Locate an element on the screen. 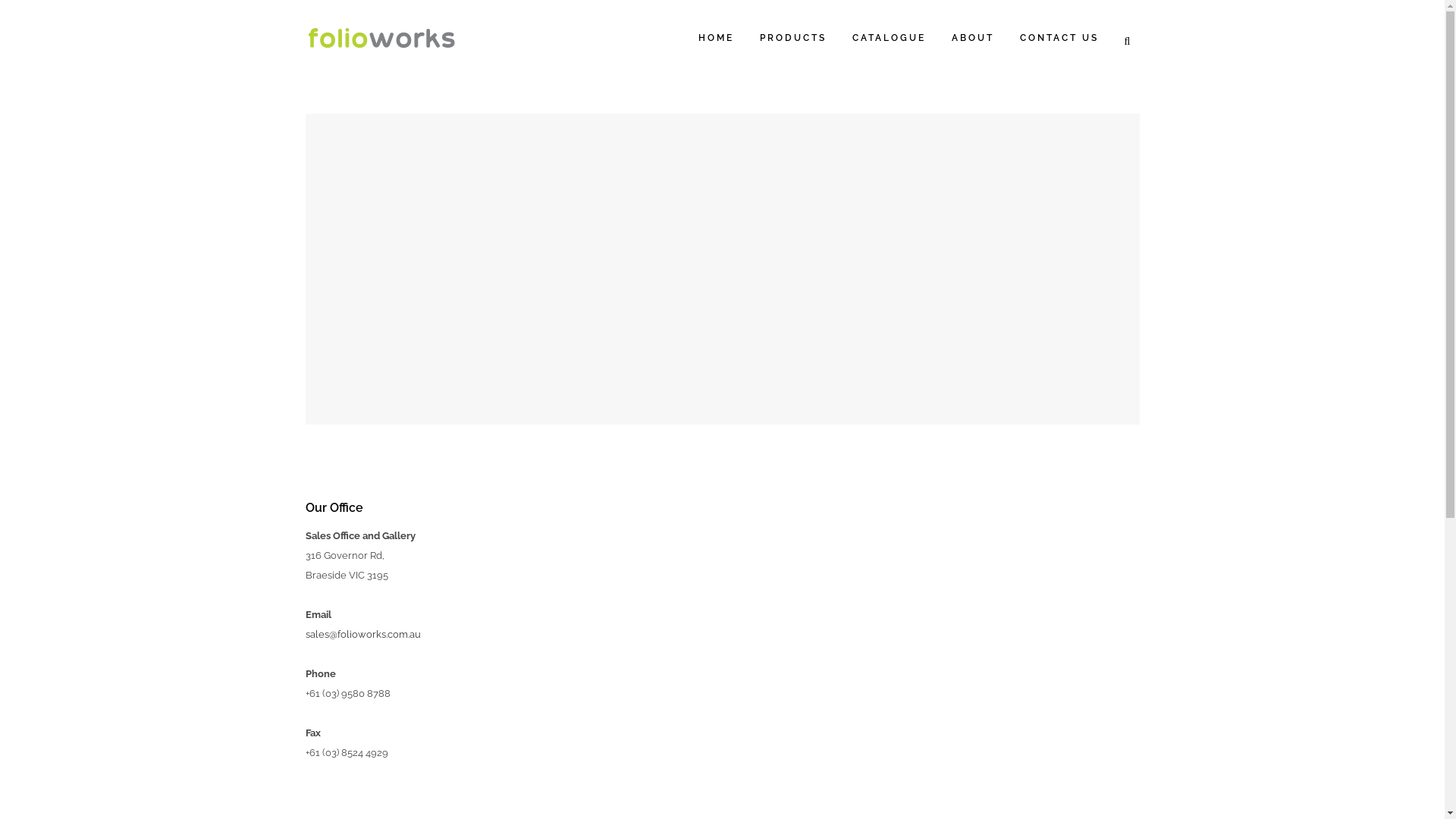 This screenshot has height=819, width=1456. 'HOME' is located at coordinates (684, 37).